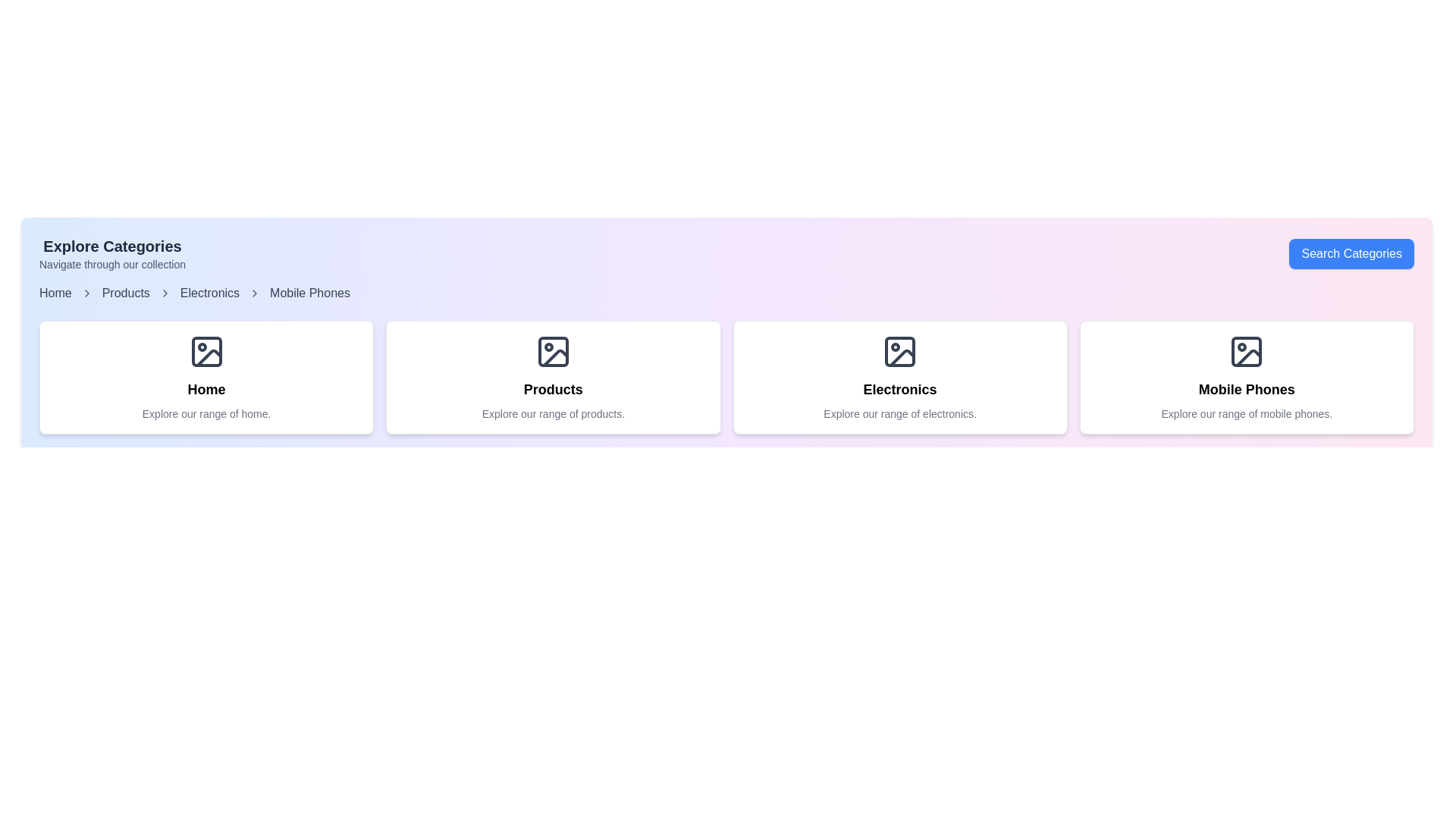 The height and width of the screenshot is (819, 1456). Describe the element at coordinates (1247, 351) in the screenshot. I see `the Decorative graphic element located at the bottom-right of the 'Mobile Phones' card, which is a small rectangle with rounded corners embedded within an icon representation` at that location.